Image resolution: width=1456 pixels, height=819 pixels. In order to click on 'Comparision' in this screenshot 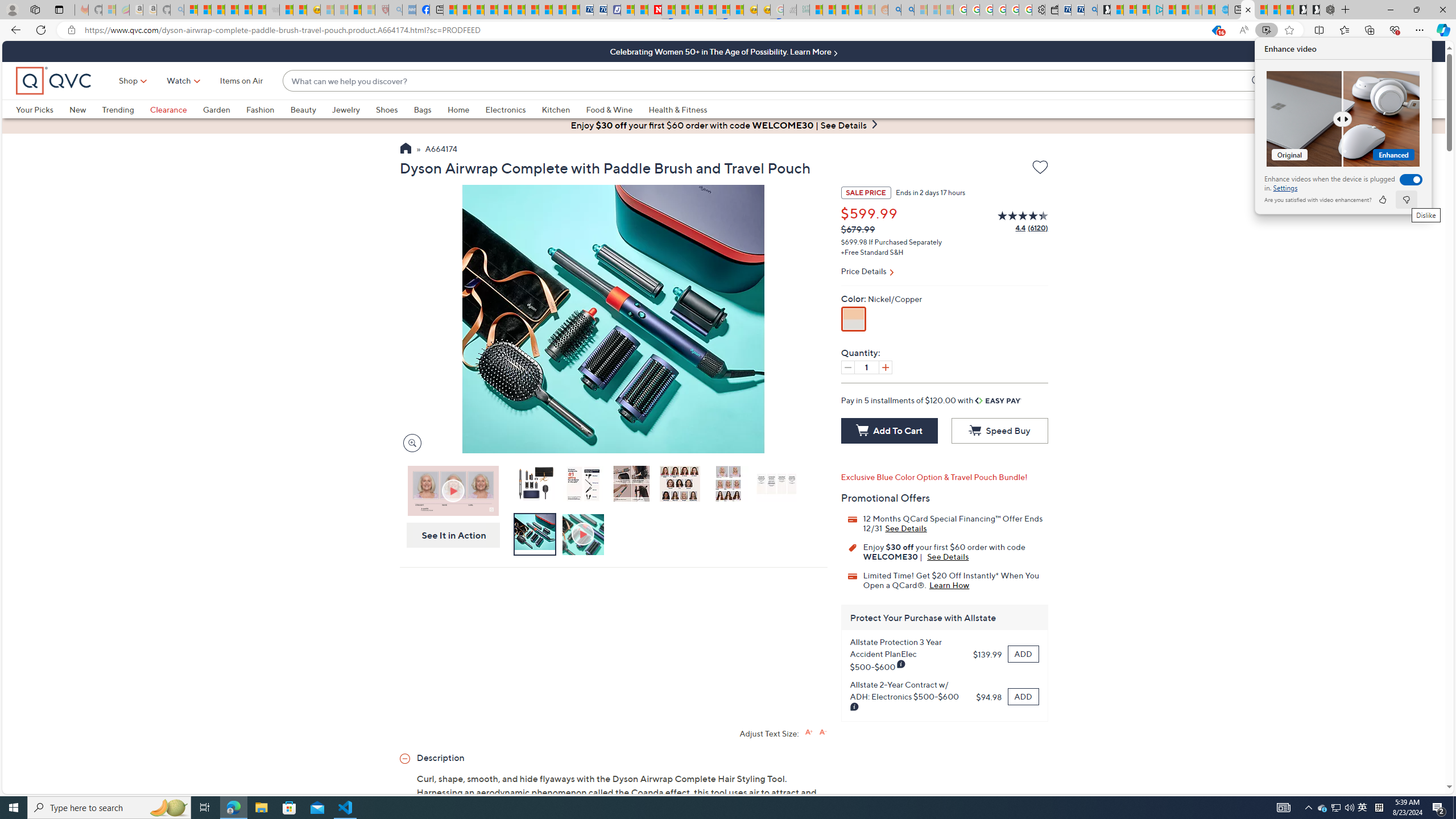, I will do `click(1342, 118)`.